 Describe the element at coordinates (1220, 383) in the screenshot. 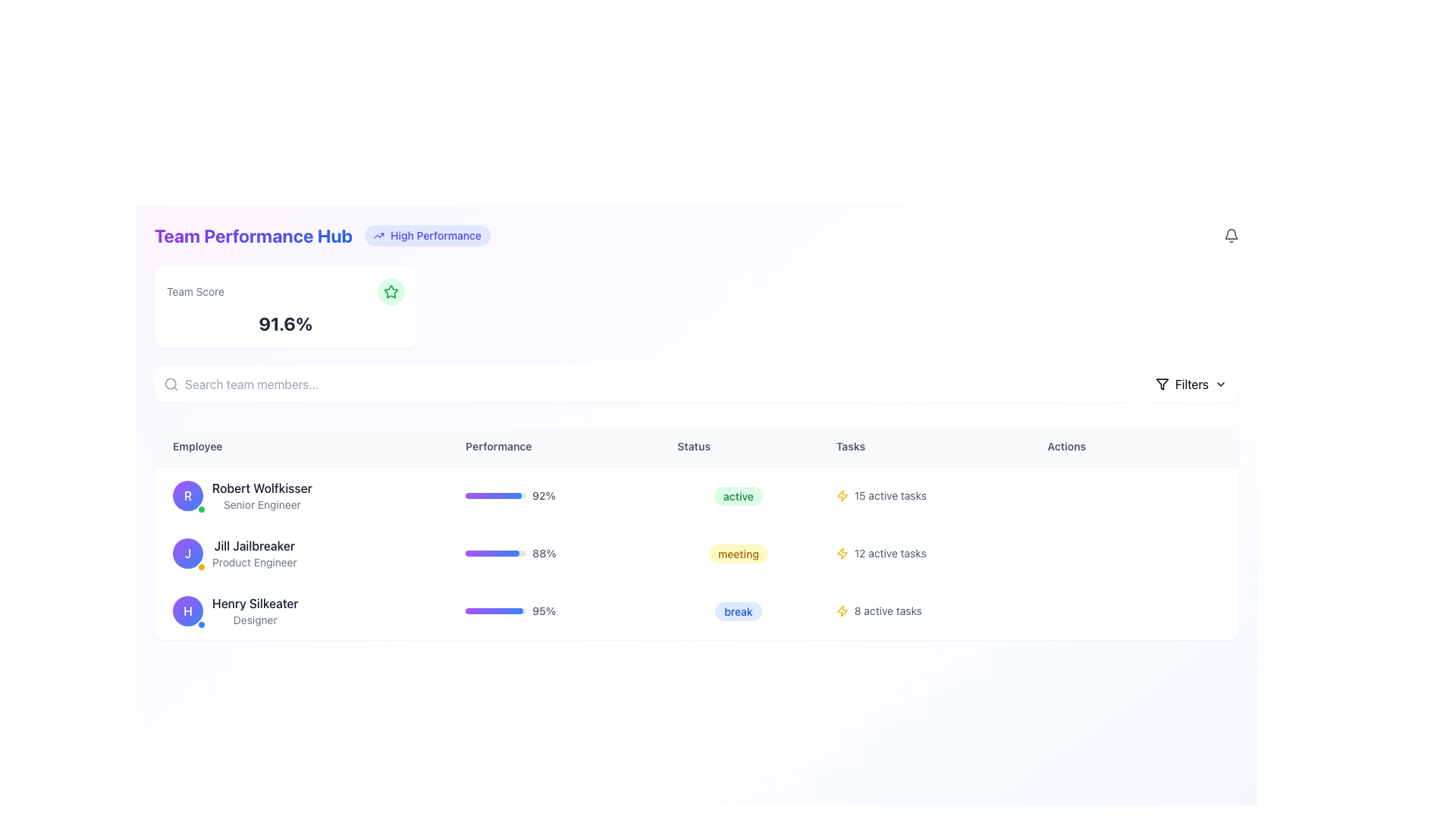

I see `the decorative chevron-down icon within the Filters button` at that location.